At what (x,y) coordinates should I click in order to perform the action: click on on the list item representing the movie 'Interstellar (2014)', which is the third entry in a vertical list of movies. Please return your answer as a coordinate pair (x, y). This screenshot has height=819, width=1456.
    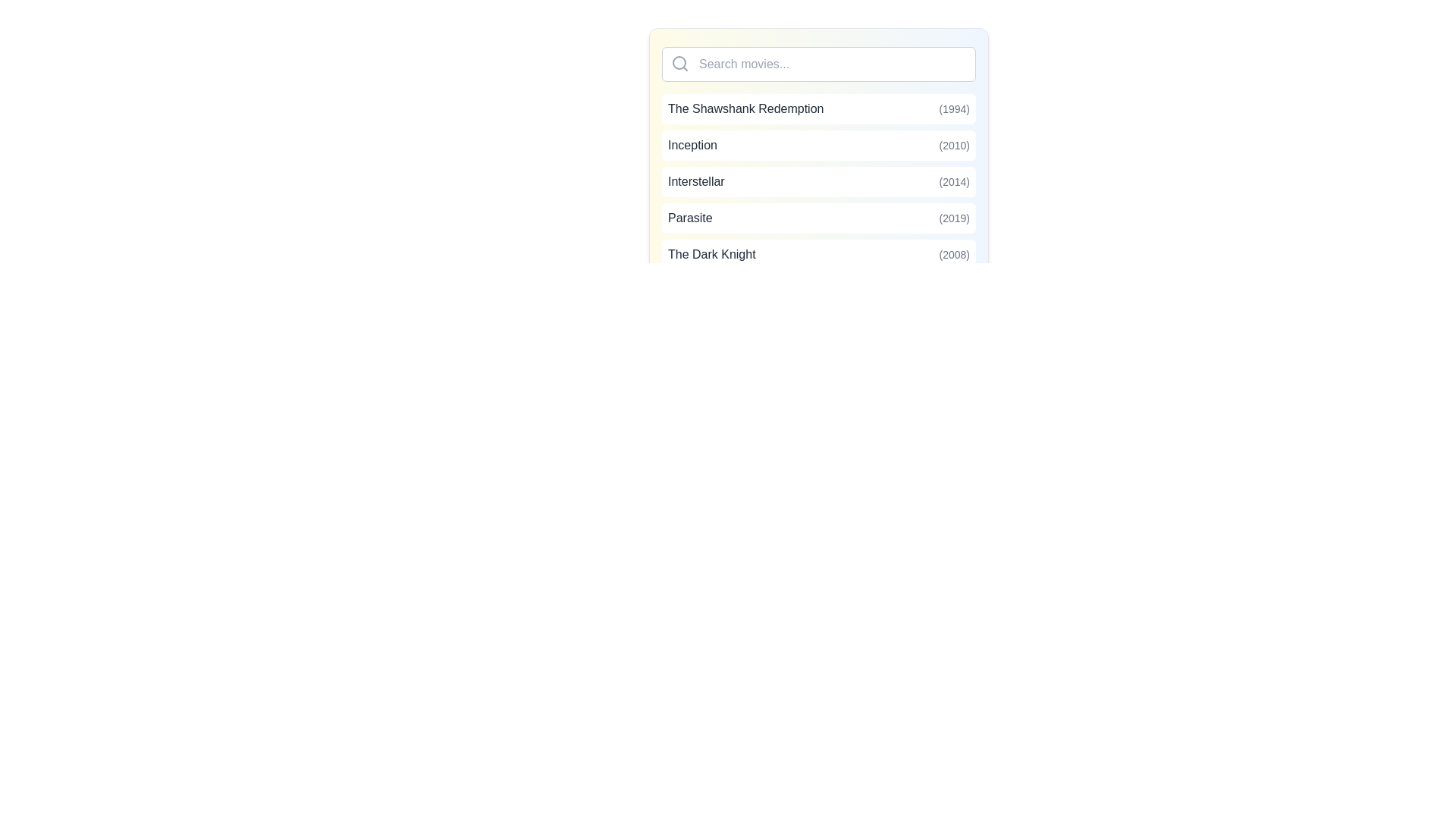
    Looking at the image, I should click on (818, 180).